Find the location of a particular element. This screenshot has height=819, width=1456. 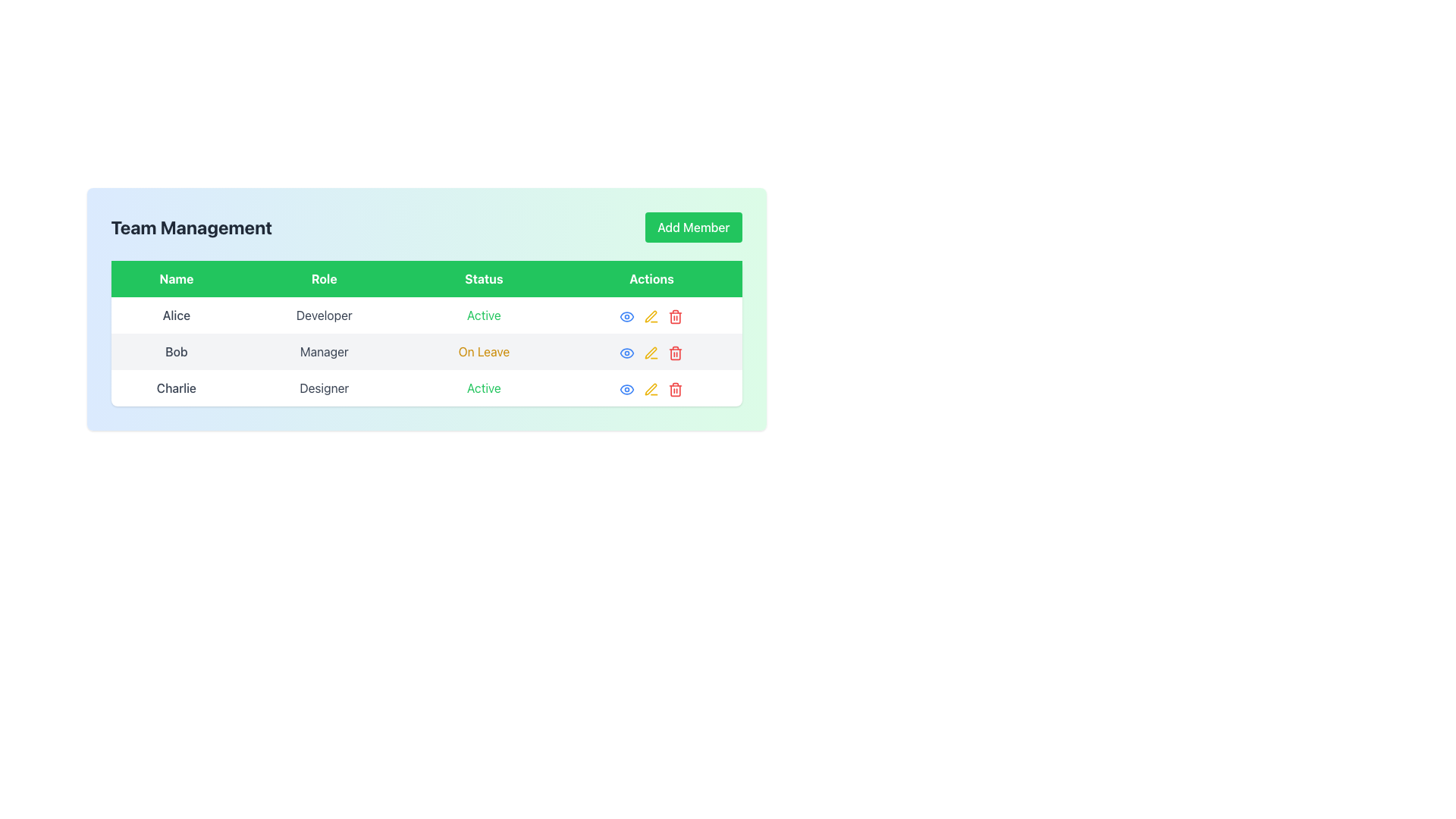

to select the text 'Bob' displayed in the 'Name' column of the 'Team Management' table located in the second row is located at coordinates (176, 351).